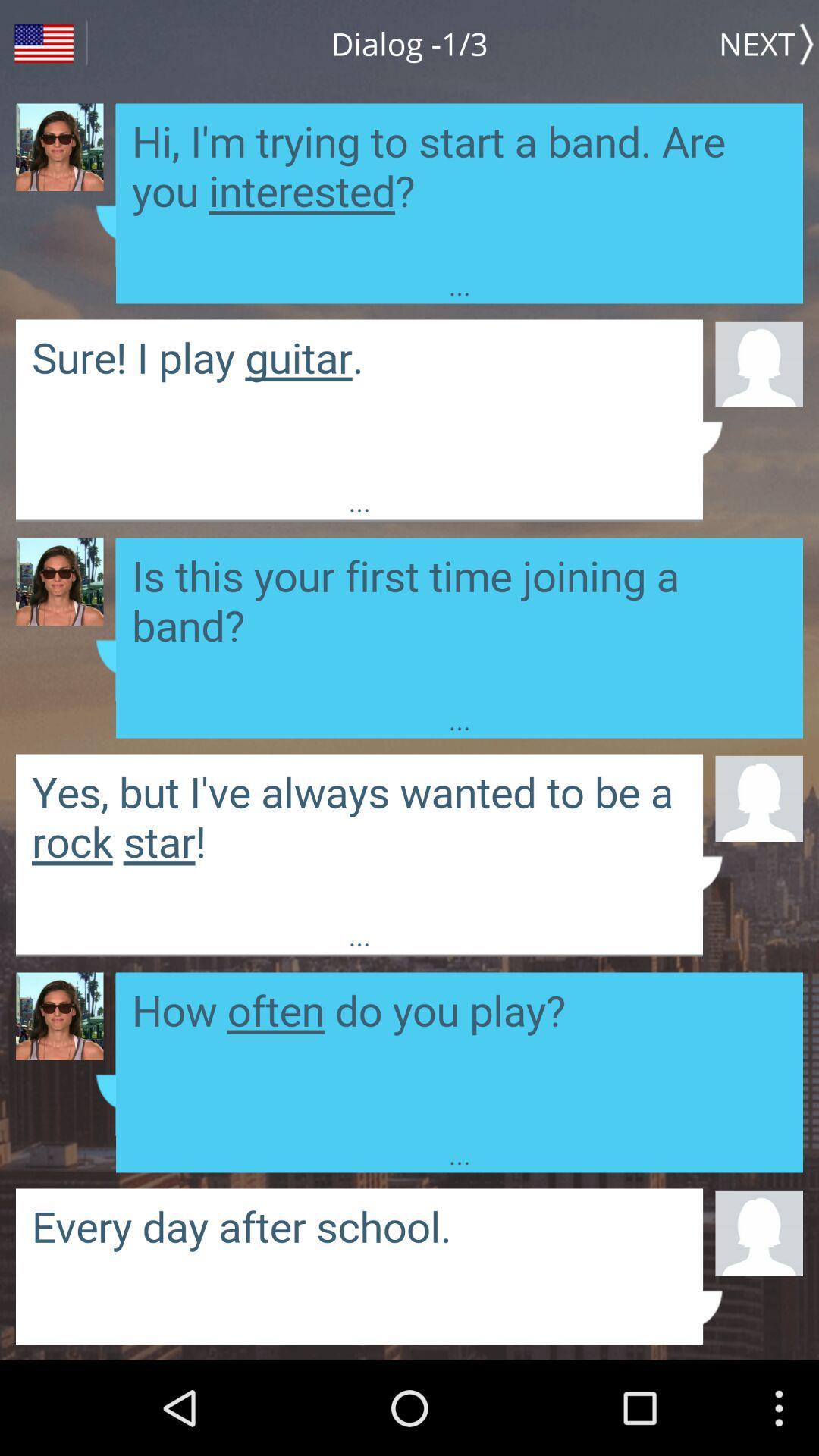 The image size is (819, 1456). I want to click on next icon, so click(769, 43).